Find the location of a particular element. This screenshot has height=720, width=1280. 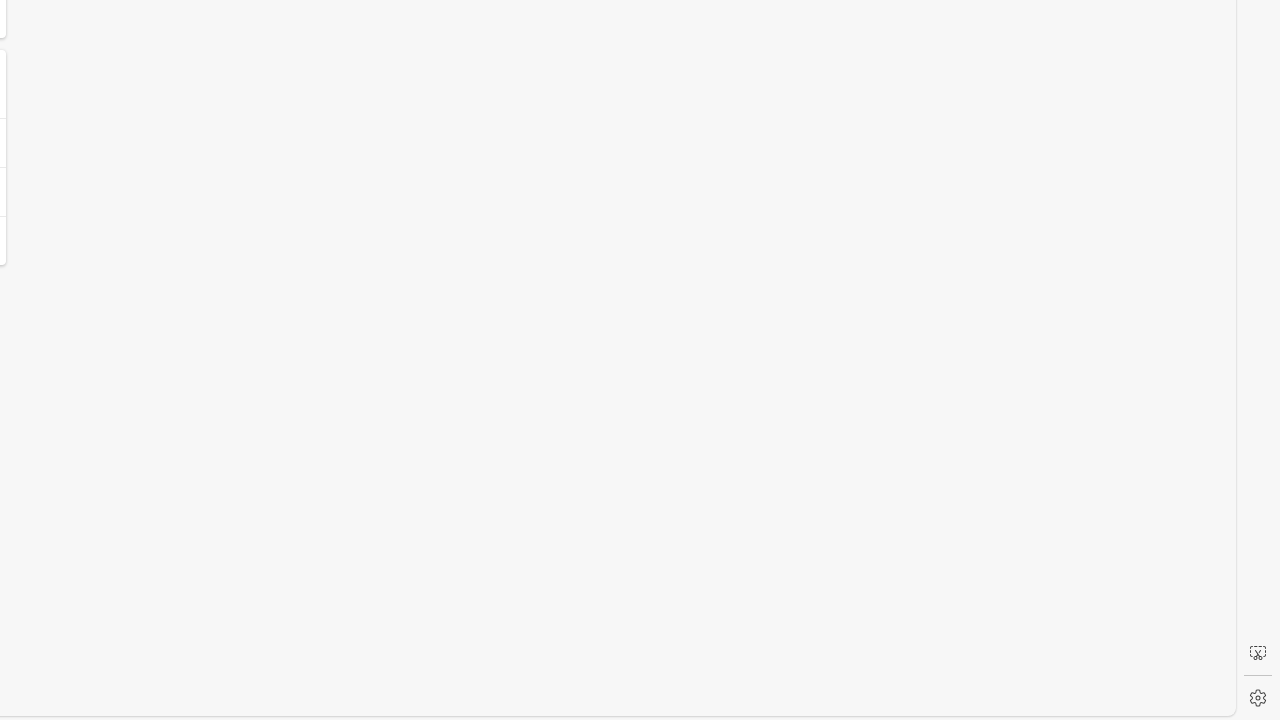

'Settings' is located at coordinates (1256, 696).